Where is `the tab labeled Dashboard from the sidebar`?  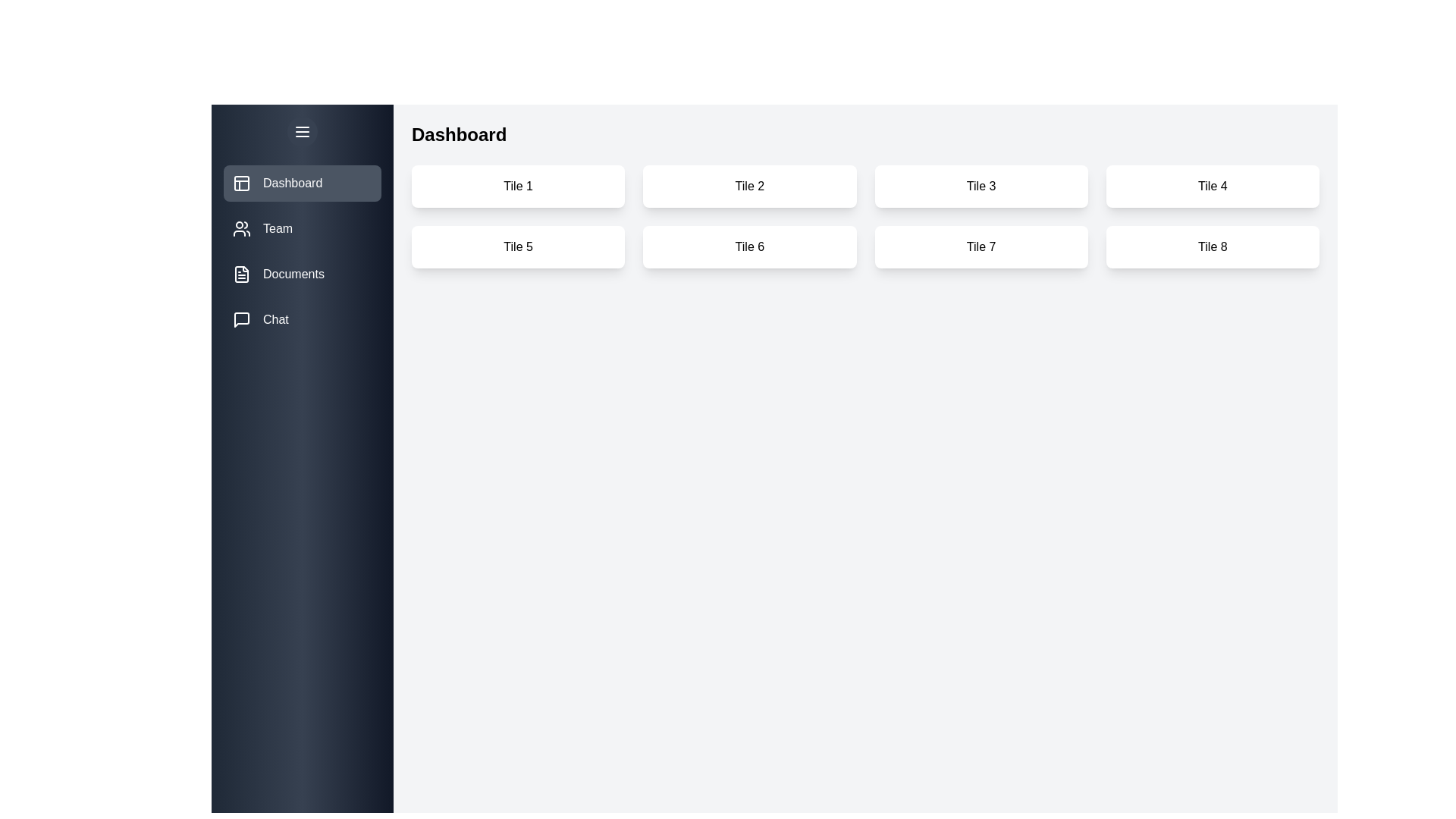
the tab labeled Dashboard from the sidebar is located at coordinates (302, 183).